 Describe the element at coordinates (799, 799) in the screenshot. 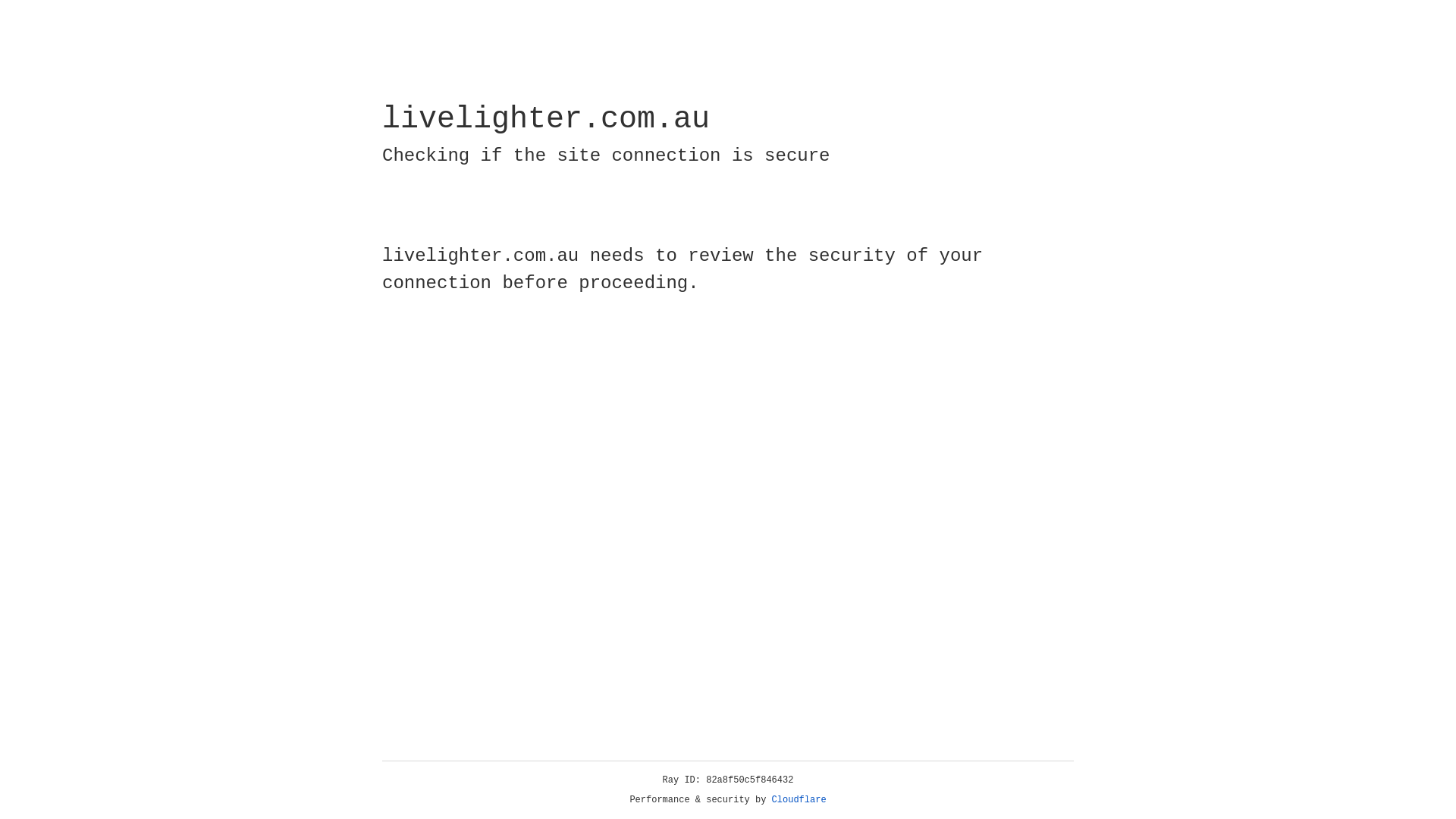

I see `'Cloudflare'` at that location.